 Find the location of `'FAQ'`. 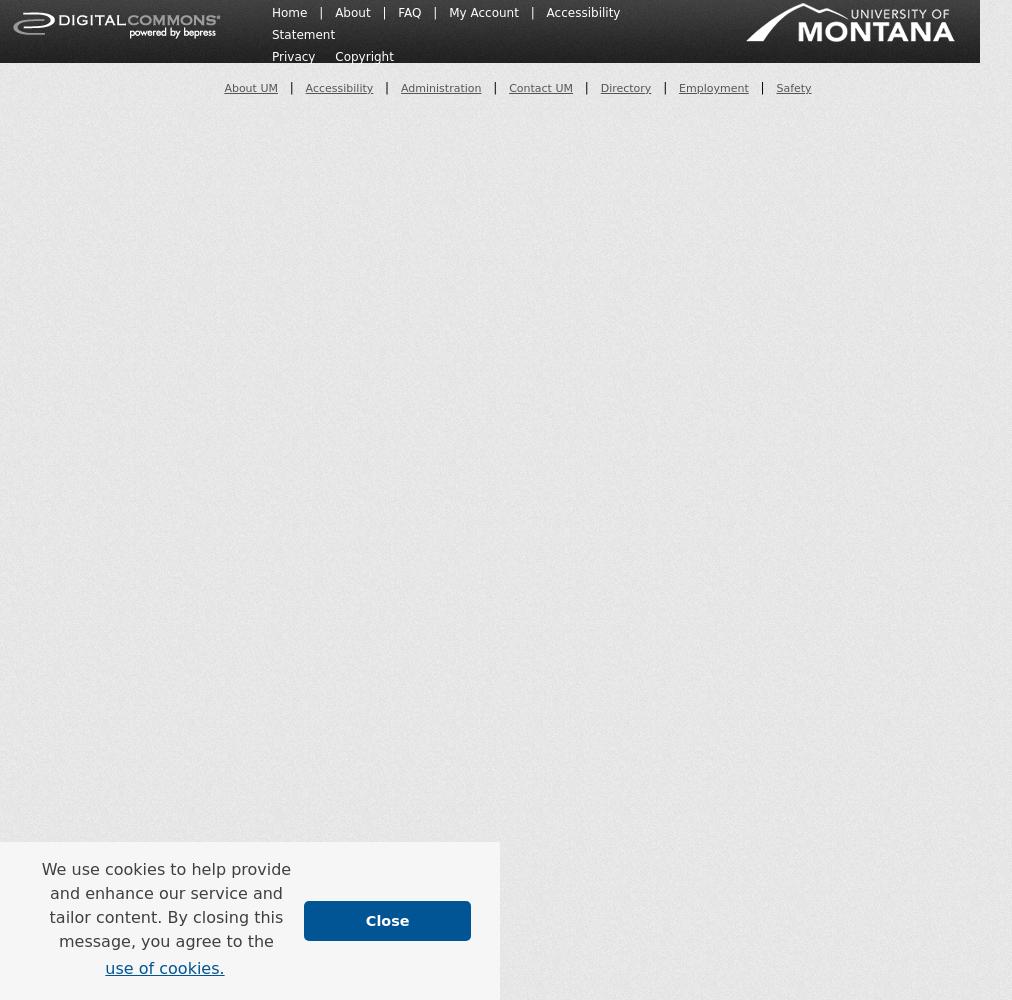

'FAQ' is located at coordinates (398, 12).